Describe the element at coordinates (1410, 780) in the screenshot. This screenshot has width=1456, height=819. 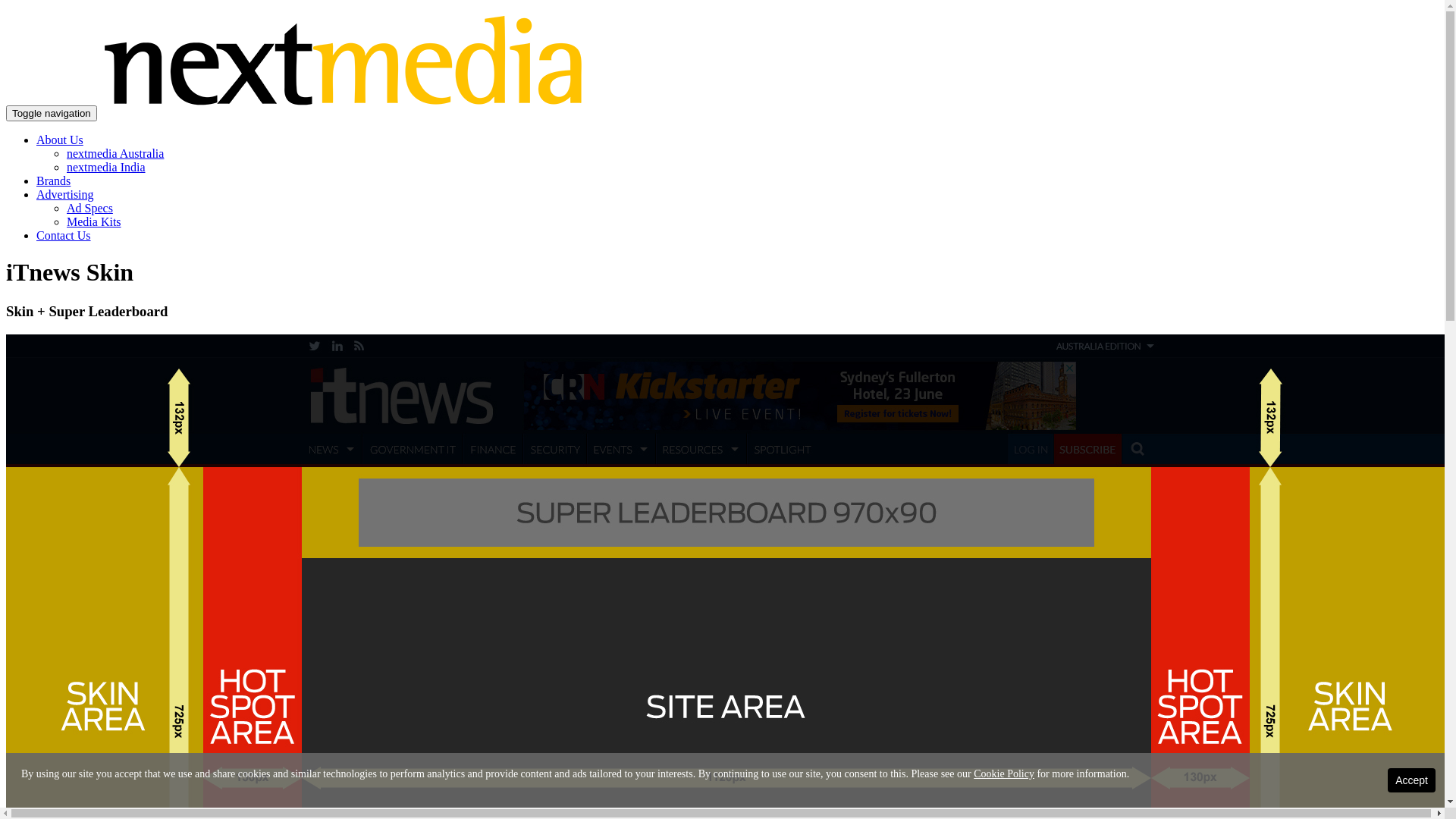
I see `'Accept'` at that location.